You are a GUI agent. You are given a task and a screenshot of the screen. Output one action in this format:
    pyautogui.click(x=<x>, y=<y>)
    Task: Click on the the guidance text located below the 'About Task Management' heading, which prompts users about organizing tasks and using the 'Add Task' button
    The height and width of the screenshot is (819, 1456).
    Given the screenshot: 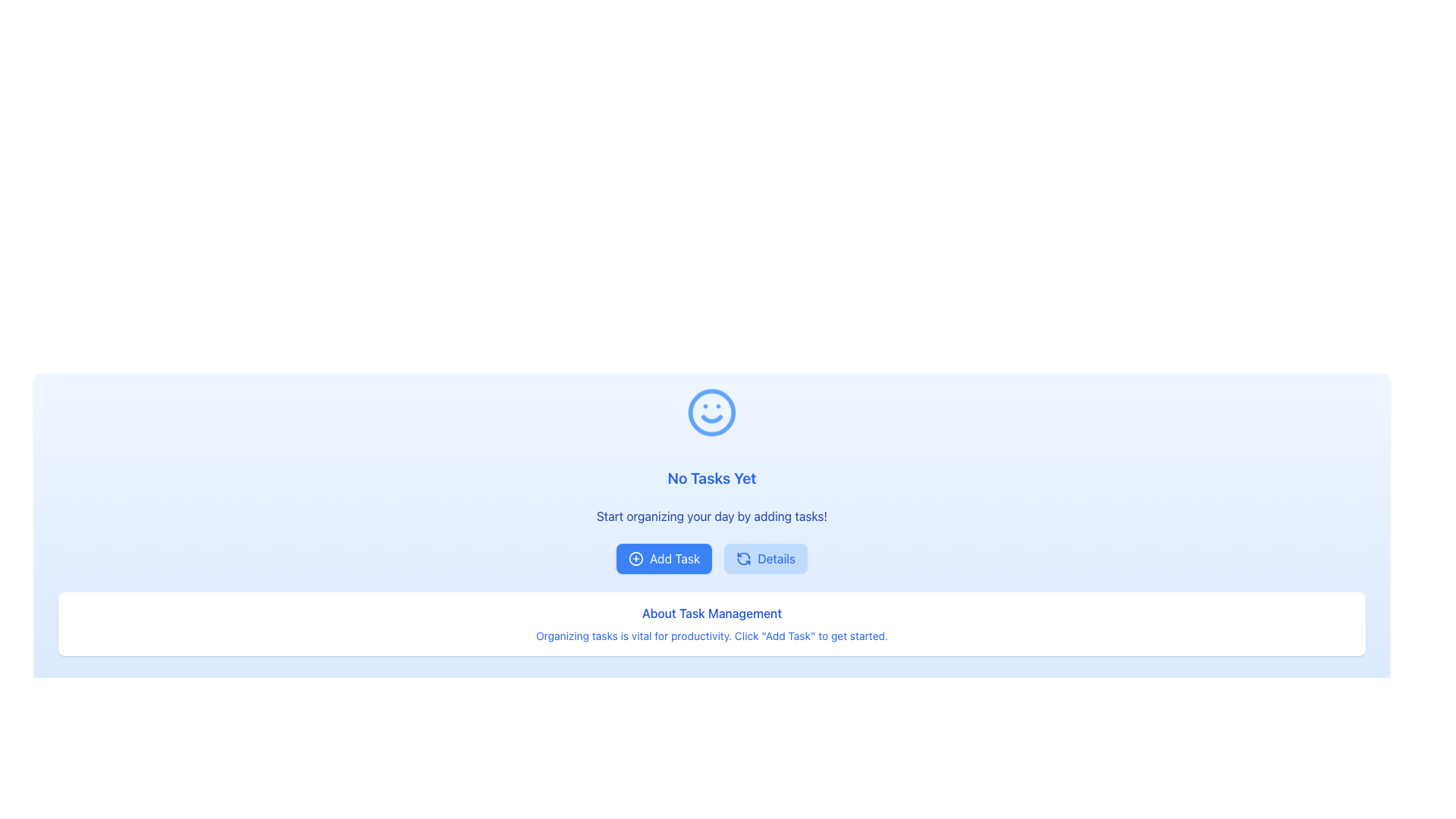 What is the action you would take?
    pyautogui.click(x=711, y=636)
    